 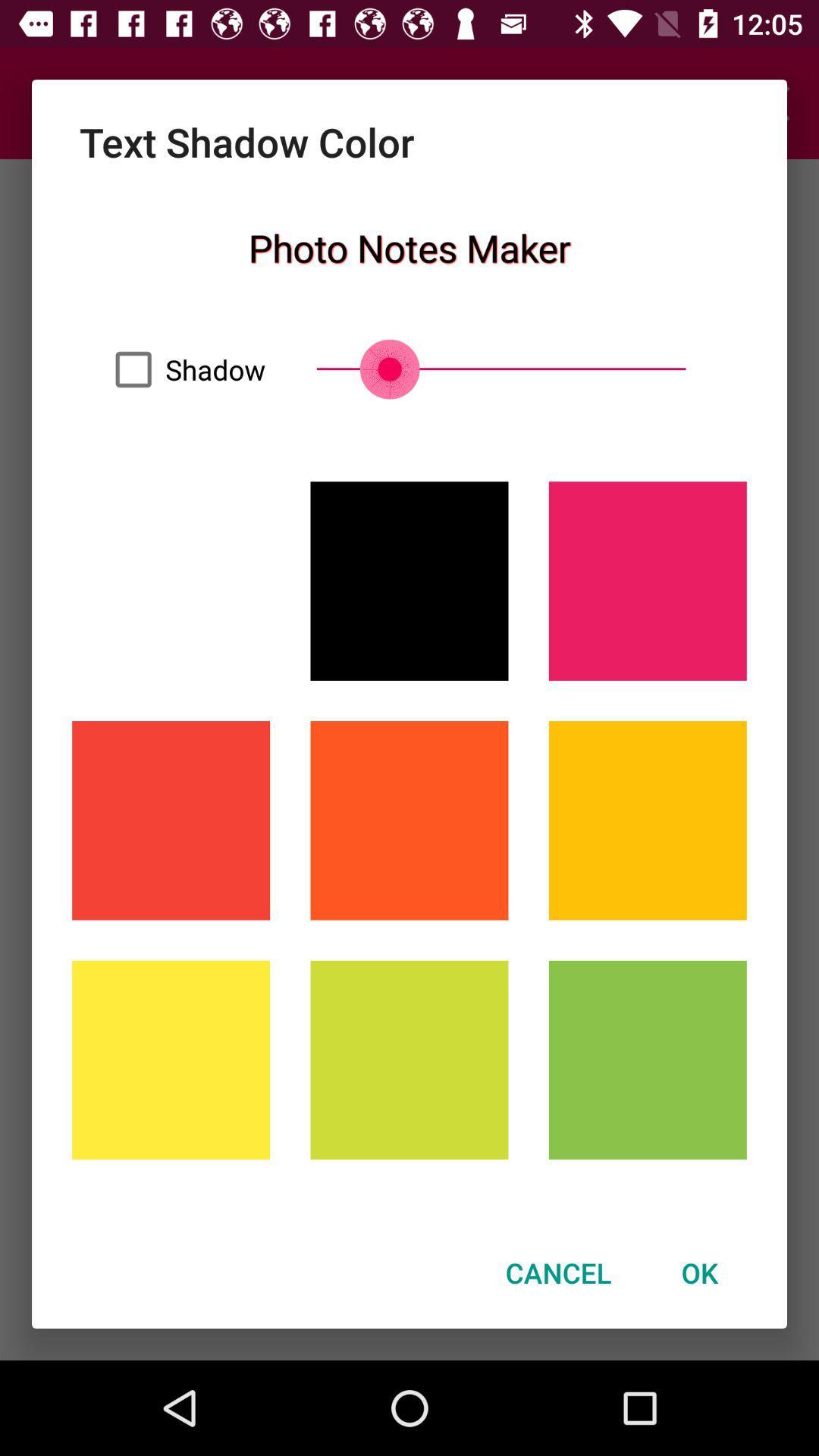 I want to click on the ok, so click(x=699, y=1272).